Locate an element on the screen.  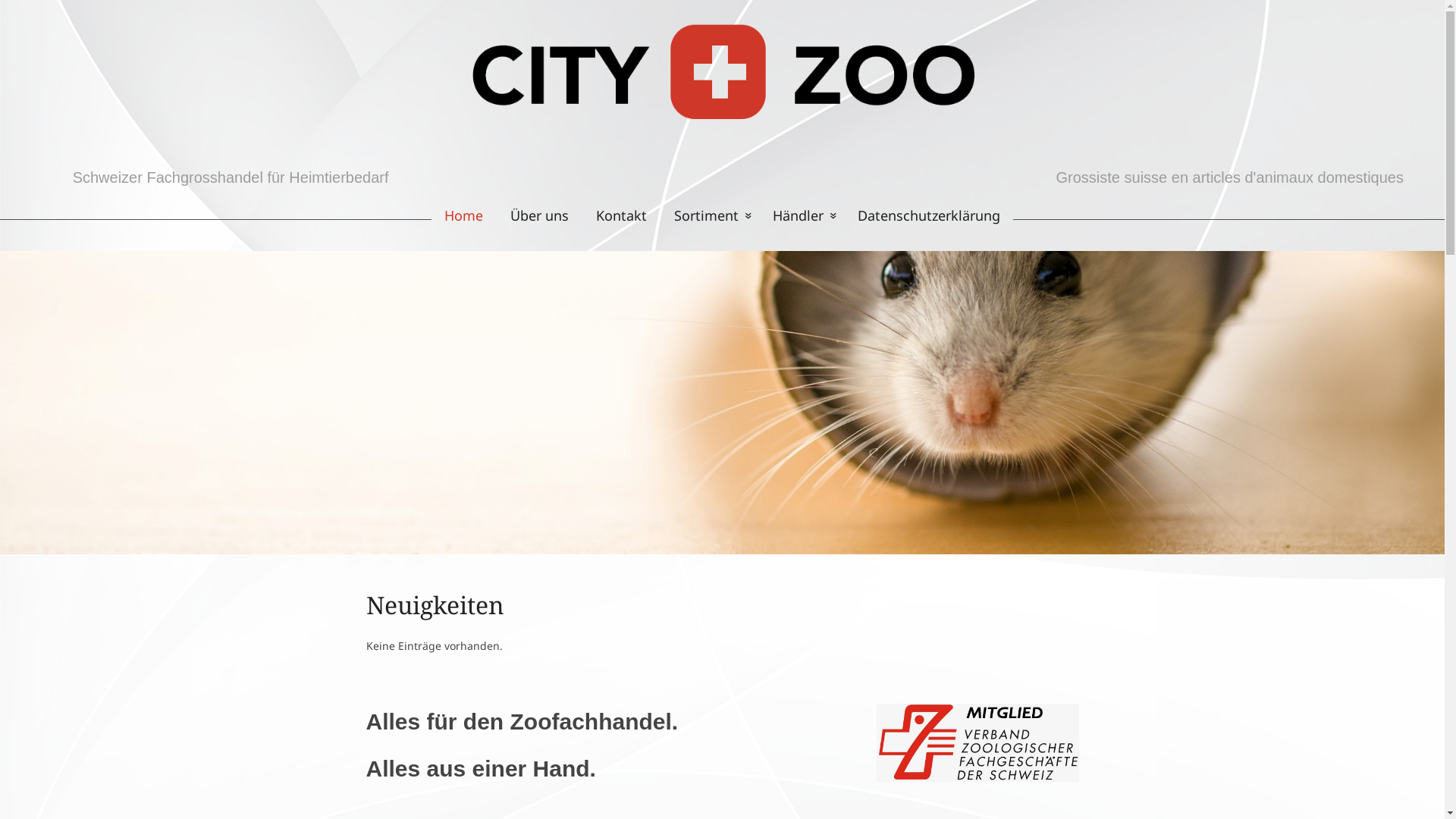
'Sortiment' is located at coordinates (709, 215).